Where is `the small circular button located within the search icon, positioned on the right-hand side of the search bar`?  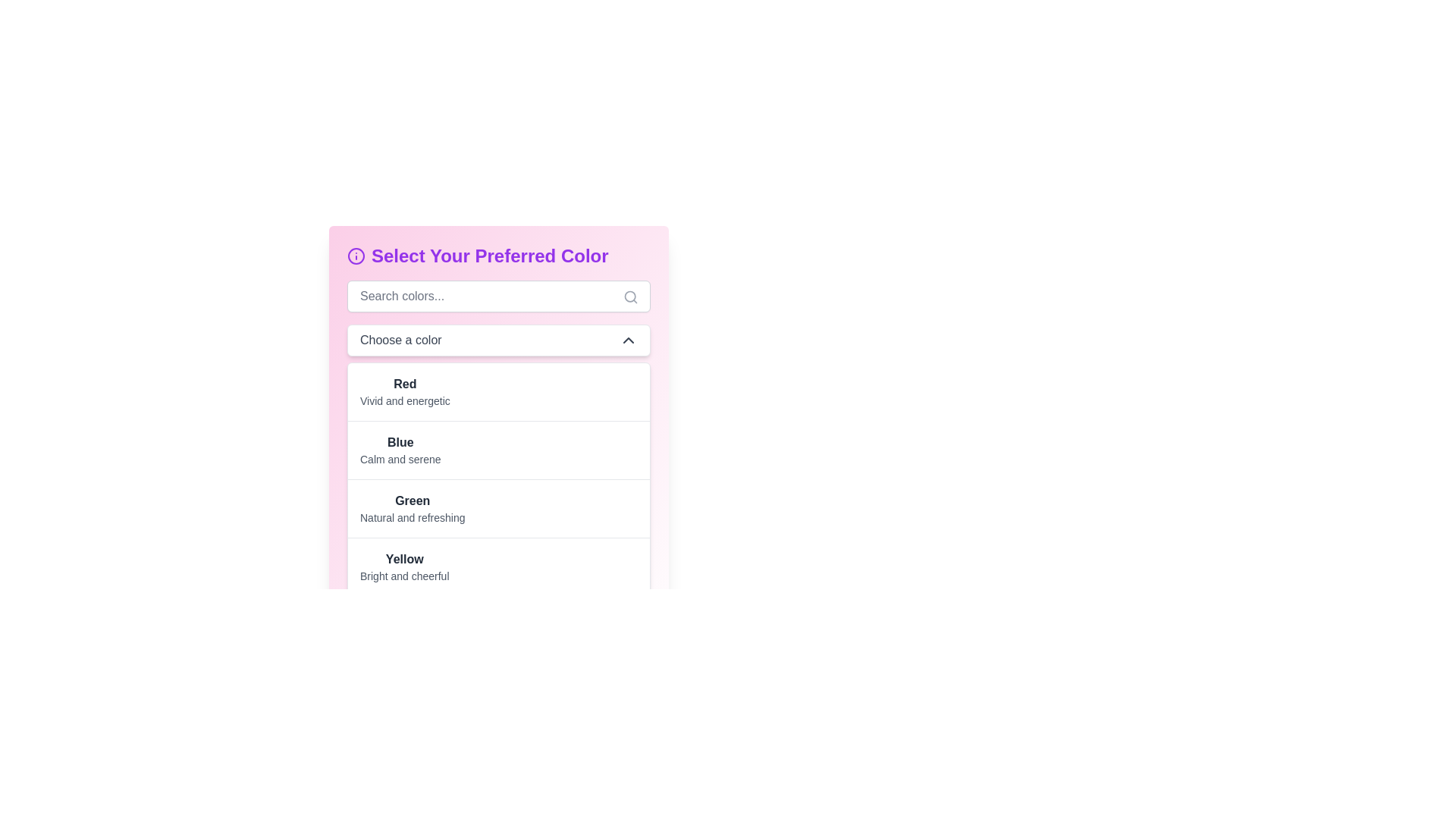
the small circular button located within the search icon, positioned on the right-hand side of the search bar is located at coordinates (630, 297).